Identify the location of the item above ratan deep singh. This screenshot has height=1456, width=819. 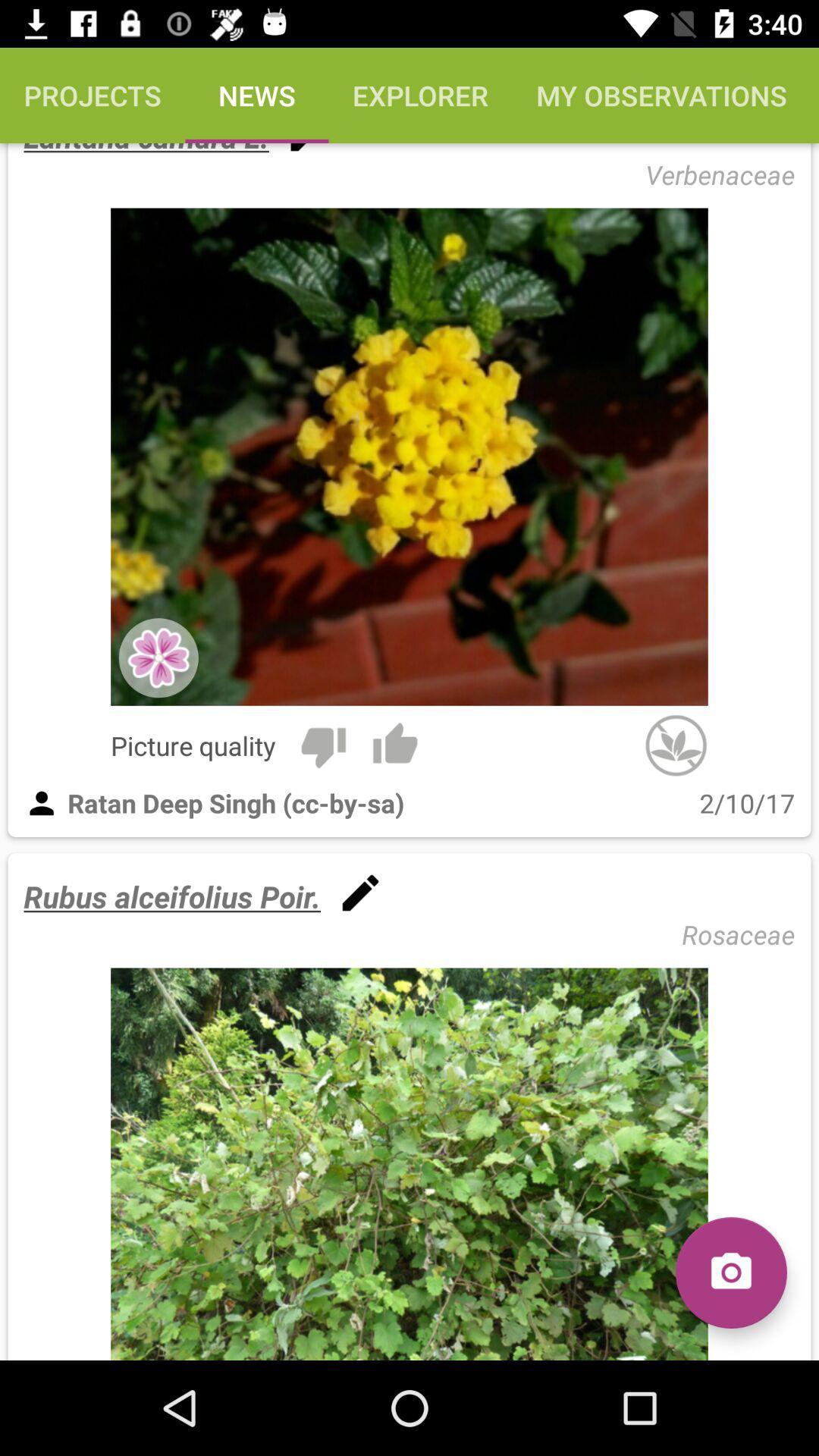
(394, 745).